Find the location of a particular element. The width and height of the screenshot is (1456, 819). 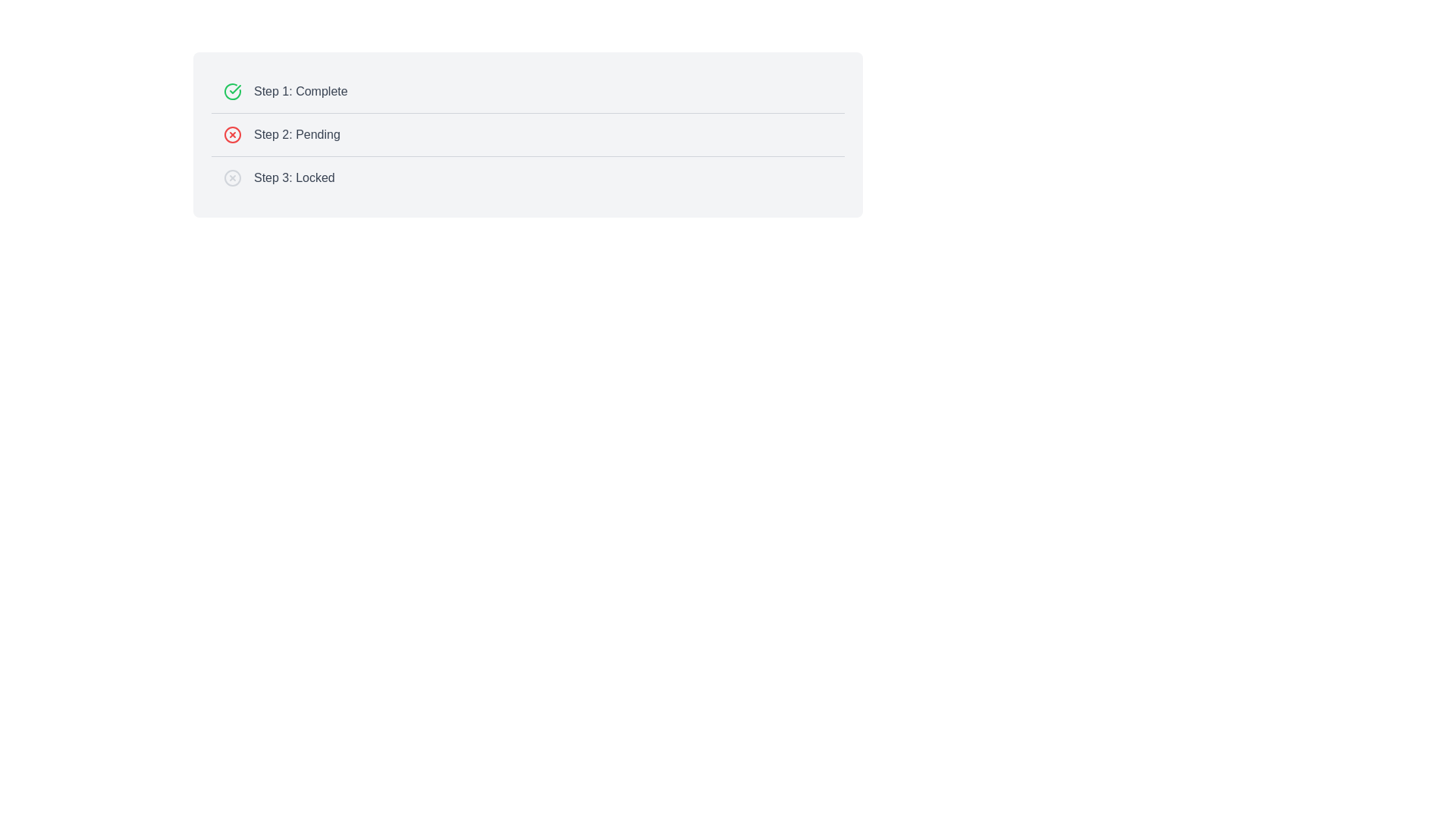

the Status icon that indicates the locked status of Step 3, which is positioned to the left of the text 'Step 3: Locked' is located at coordinates (232, 177).